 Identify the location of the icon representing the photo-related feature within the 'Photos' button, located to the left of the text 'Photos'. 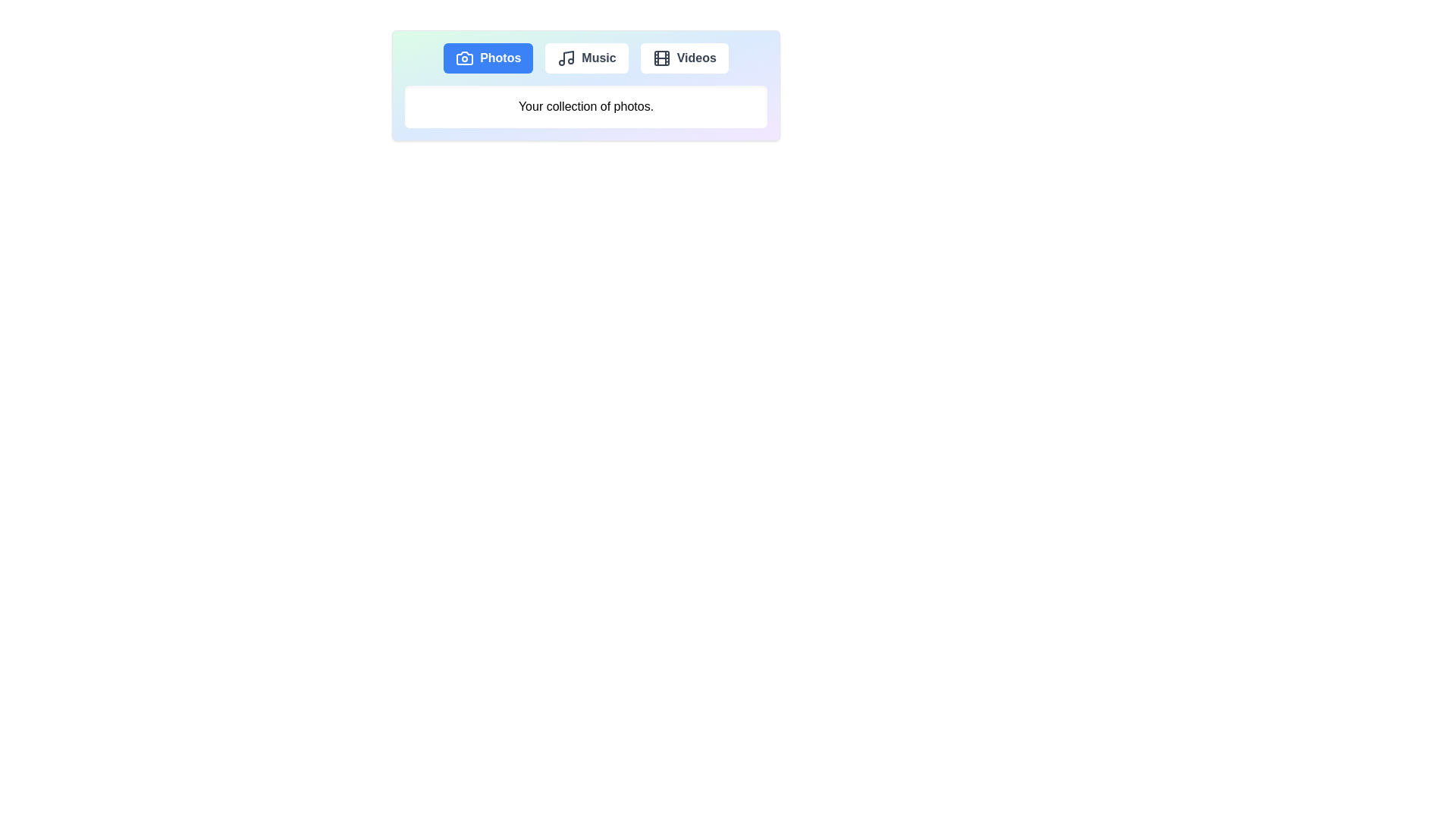
(464, 58).